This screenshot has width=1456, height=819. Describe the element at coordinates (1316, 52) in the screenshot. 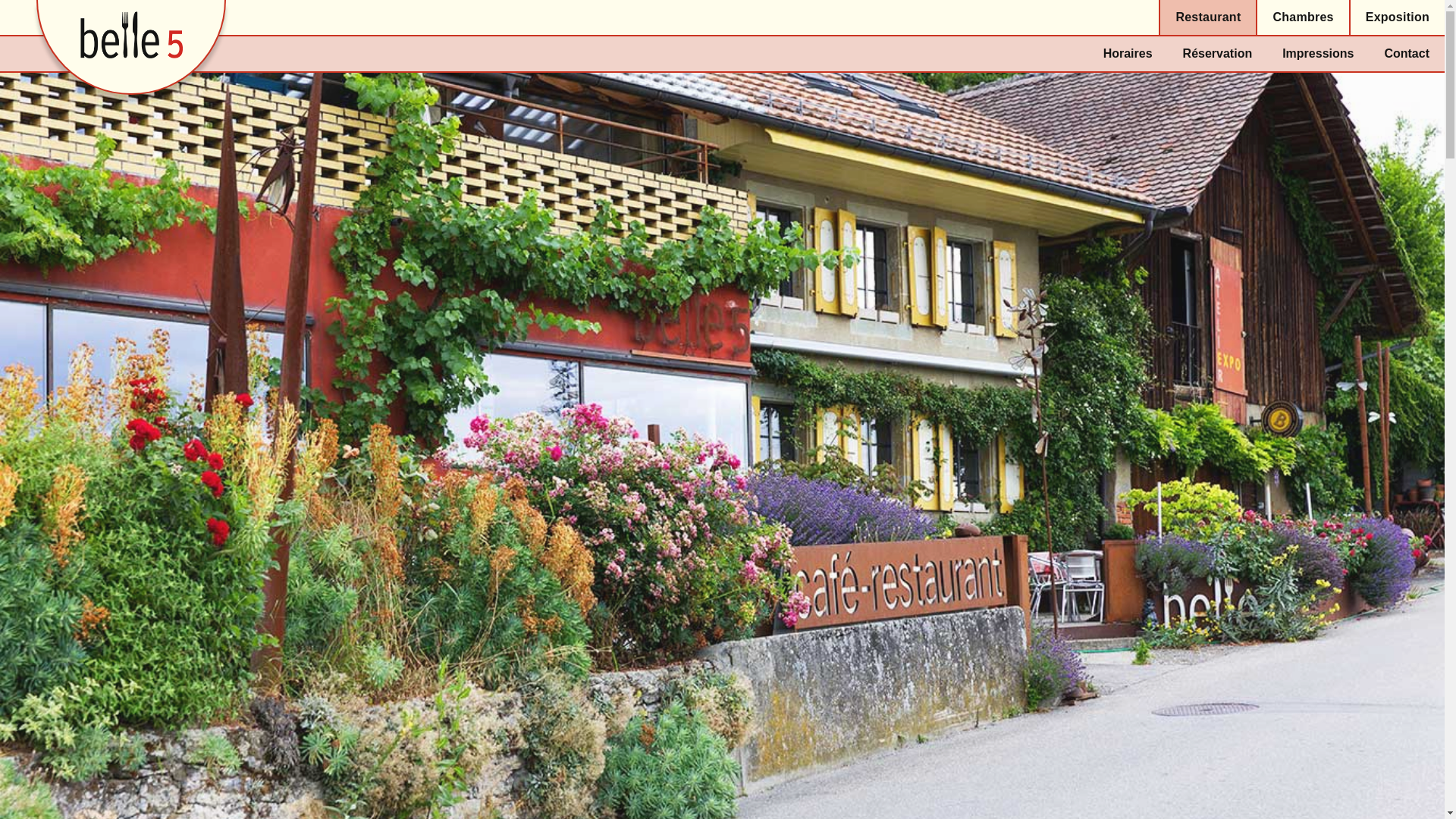

I see `'Impressions'` at that location.